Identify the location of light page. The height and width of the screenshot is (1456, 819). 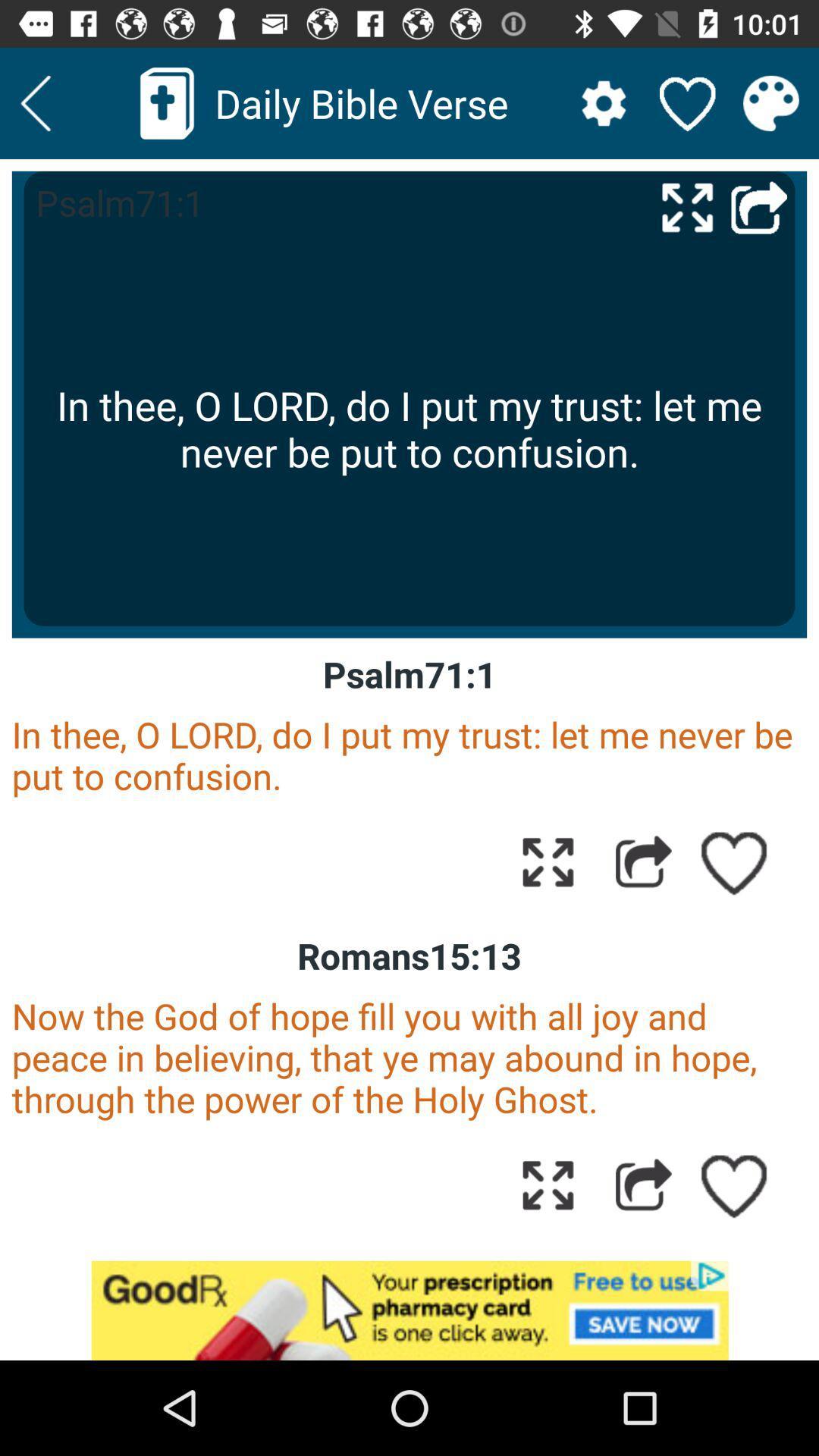
(35, 102).